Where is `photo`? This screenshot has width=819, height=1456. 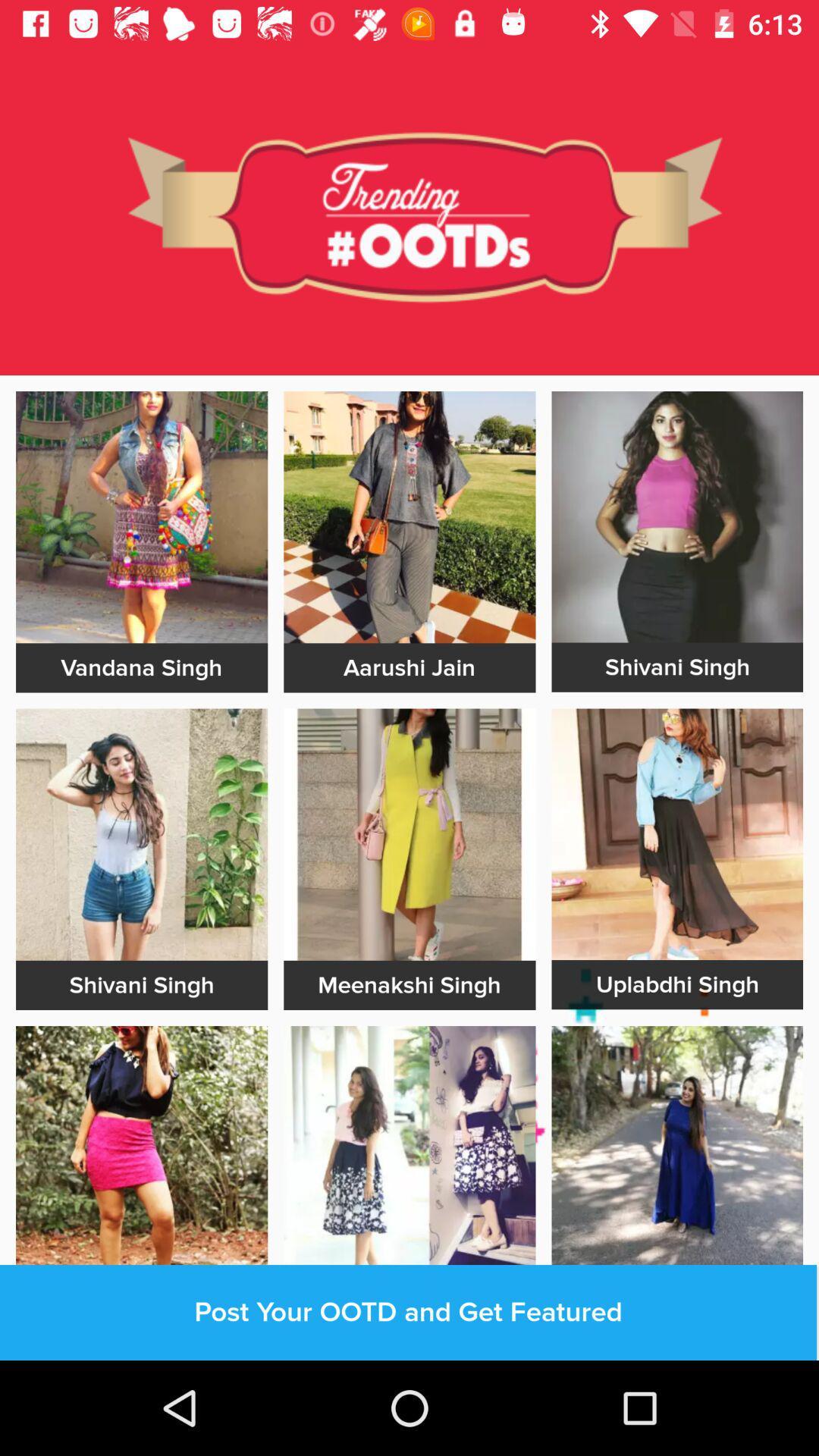
photo is located at coordinates (142, 1152).